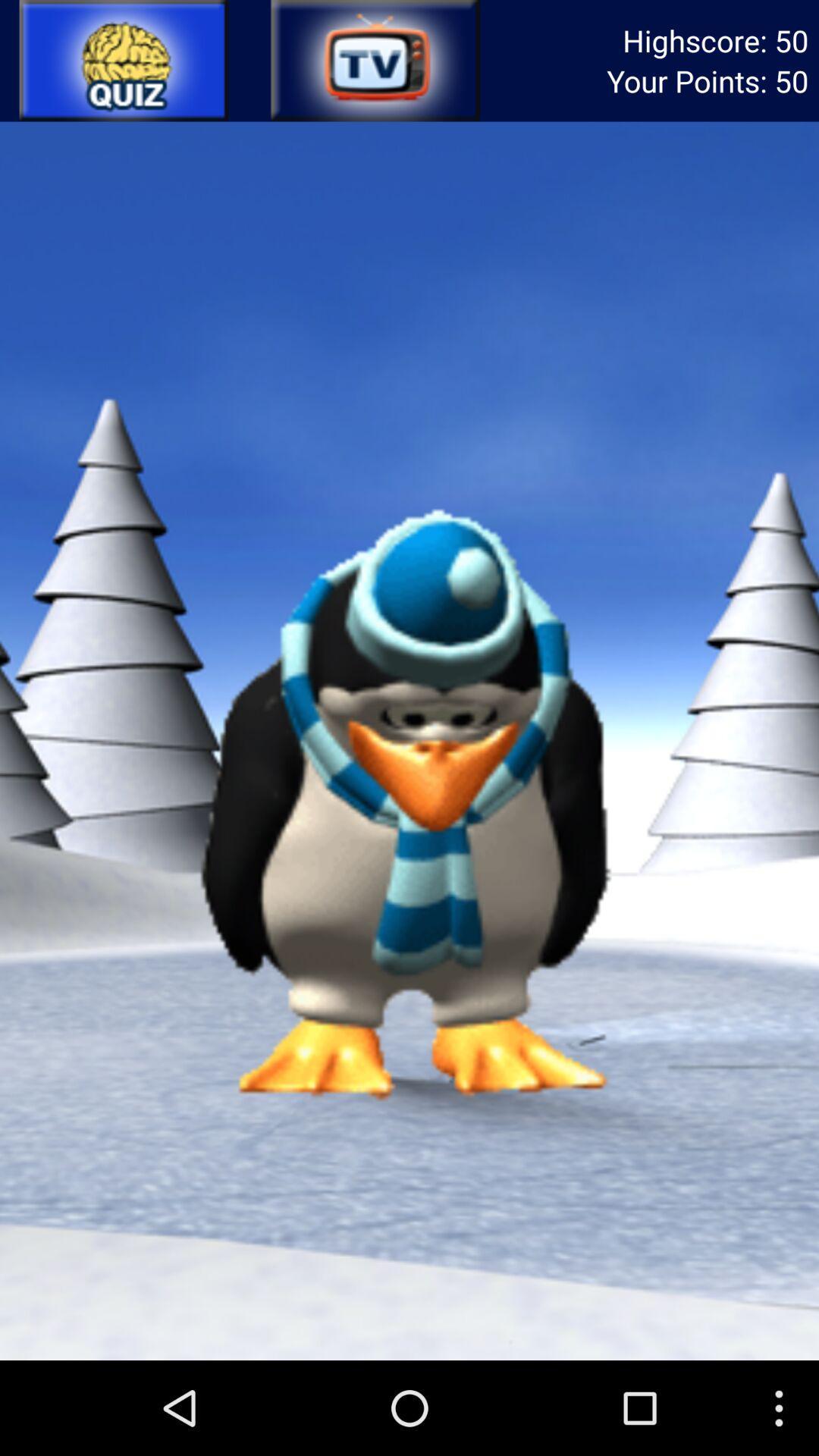 The height and width of the screenshot is (1456, 819). I want to click on the delete icon, so click(374, 64).